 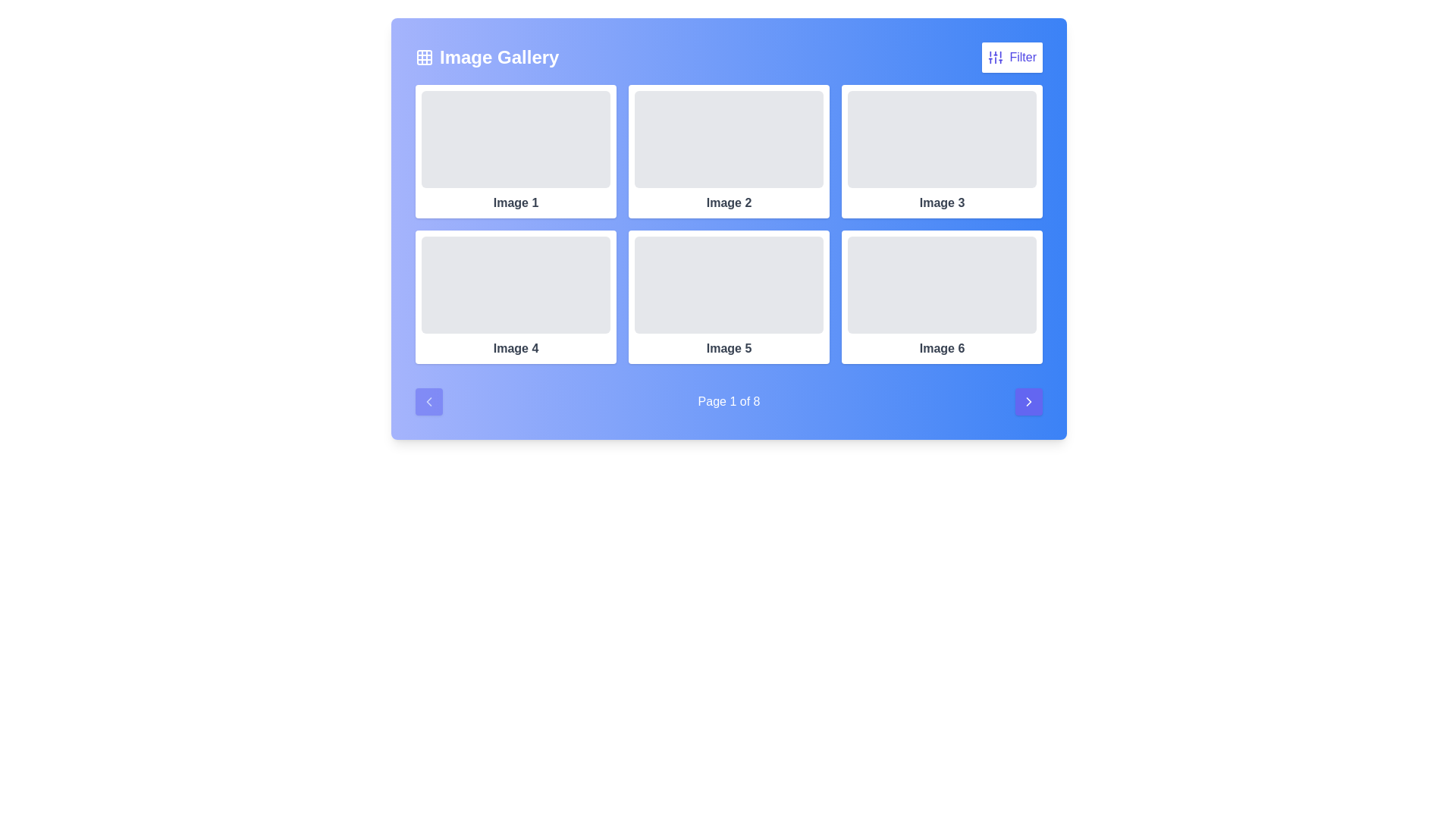 What do you see at coordinates (1023, 57) in the screenshot?
I see `the label text for the button located in the upper right corner of the interface, adjacent to the filtration or sorting icon` at bounding box center [1023, 57].